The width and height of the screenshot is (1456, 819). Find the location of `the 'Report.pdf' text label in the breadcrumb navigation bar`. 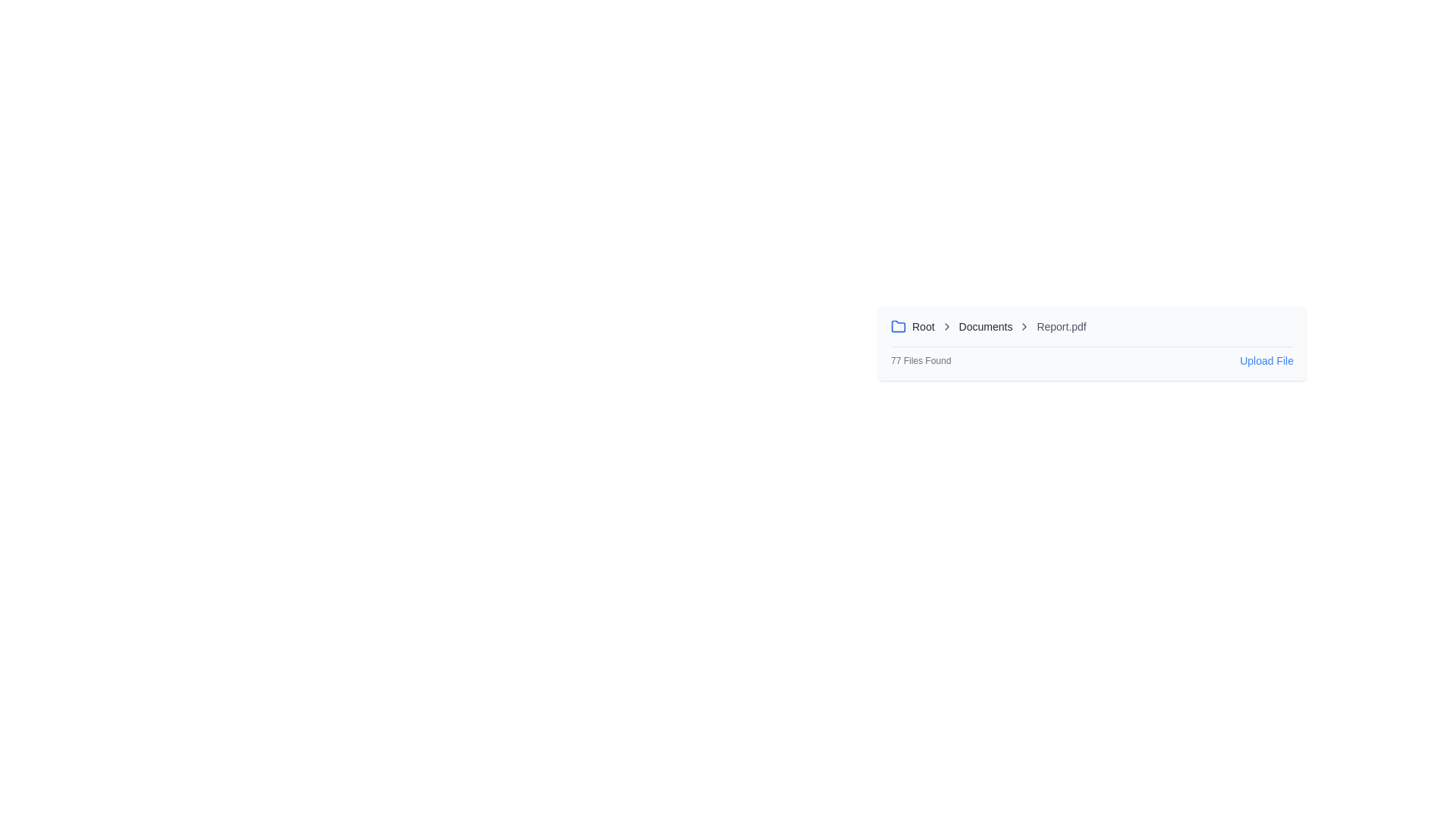

the 'Report.pdf' text label in the breadcrumb navigation bar is located at coordinates (1061, 326).